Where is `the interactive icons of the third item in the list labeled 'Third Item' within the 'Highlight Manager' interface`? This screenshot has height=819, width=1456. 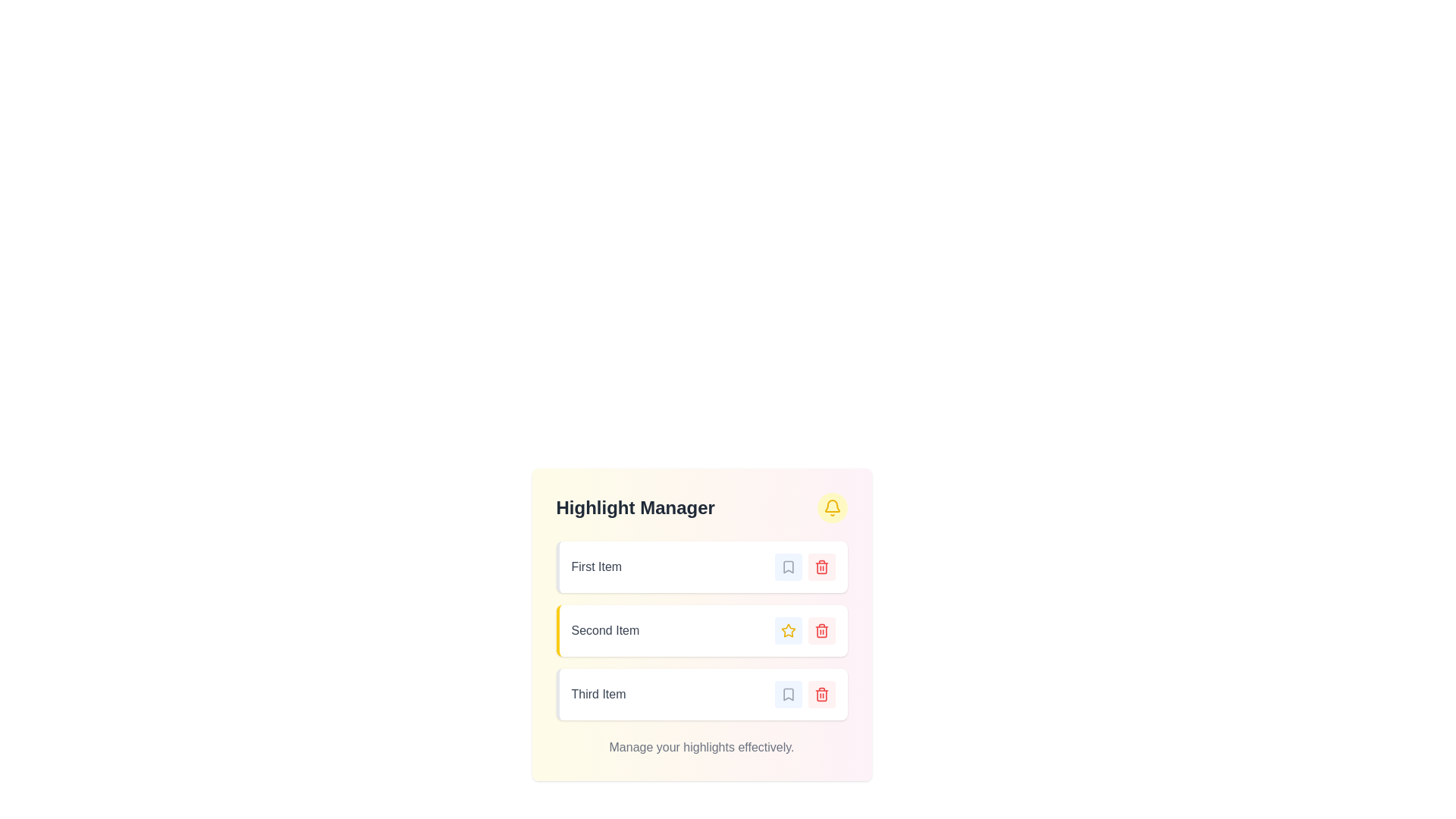 the interactive icons of the third item in the list labeled 'Third Item' within the 'Highlight Manager' interface is located at coordinates (701, 694).